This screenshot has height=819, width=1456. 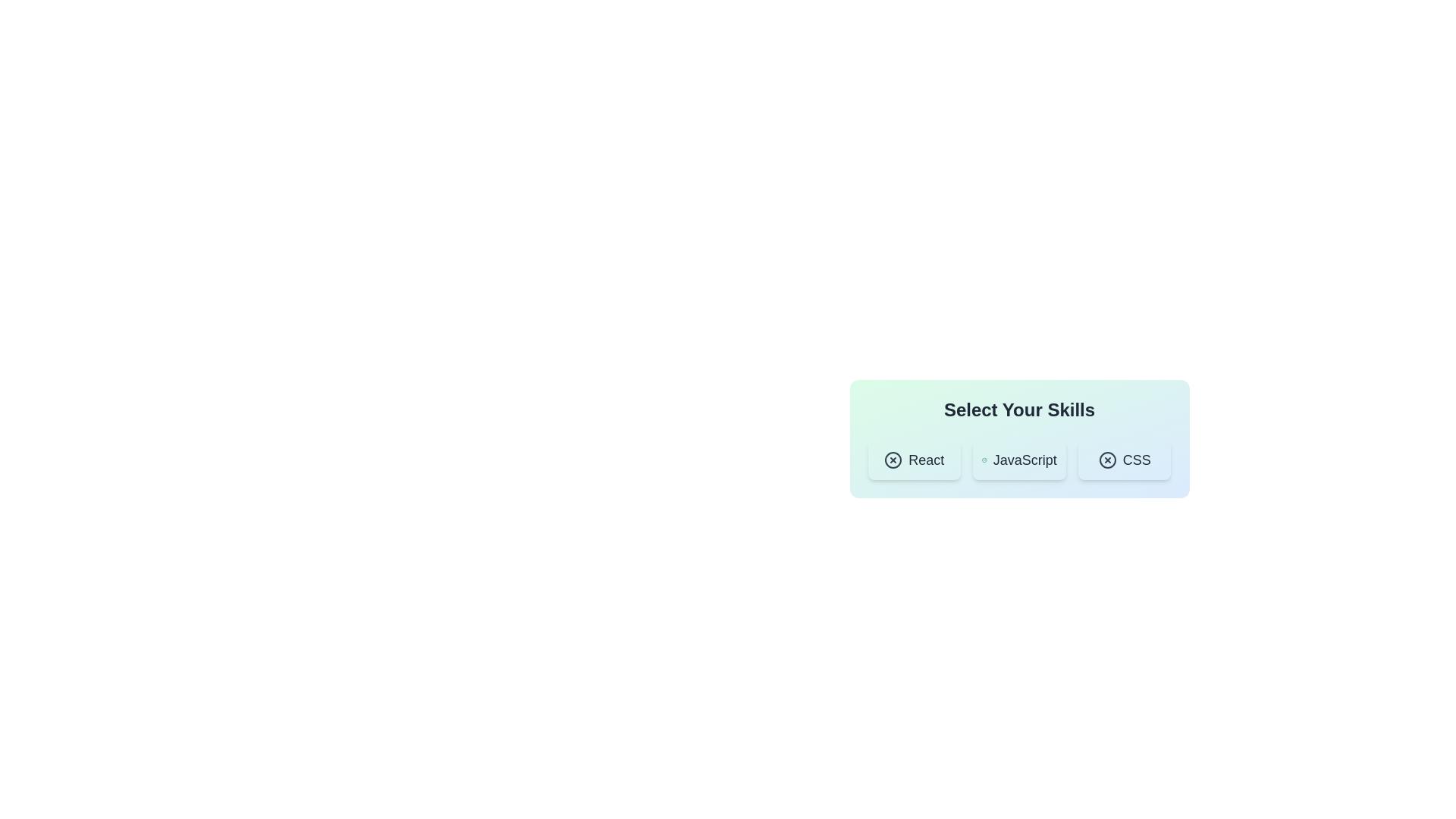 What do you see at coordinates (1125, 459) in the screenshot?
I see `the chip labeled CSS to toggle its selection` at bounding box center [1125, 459].